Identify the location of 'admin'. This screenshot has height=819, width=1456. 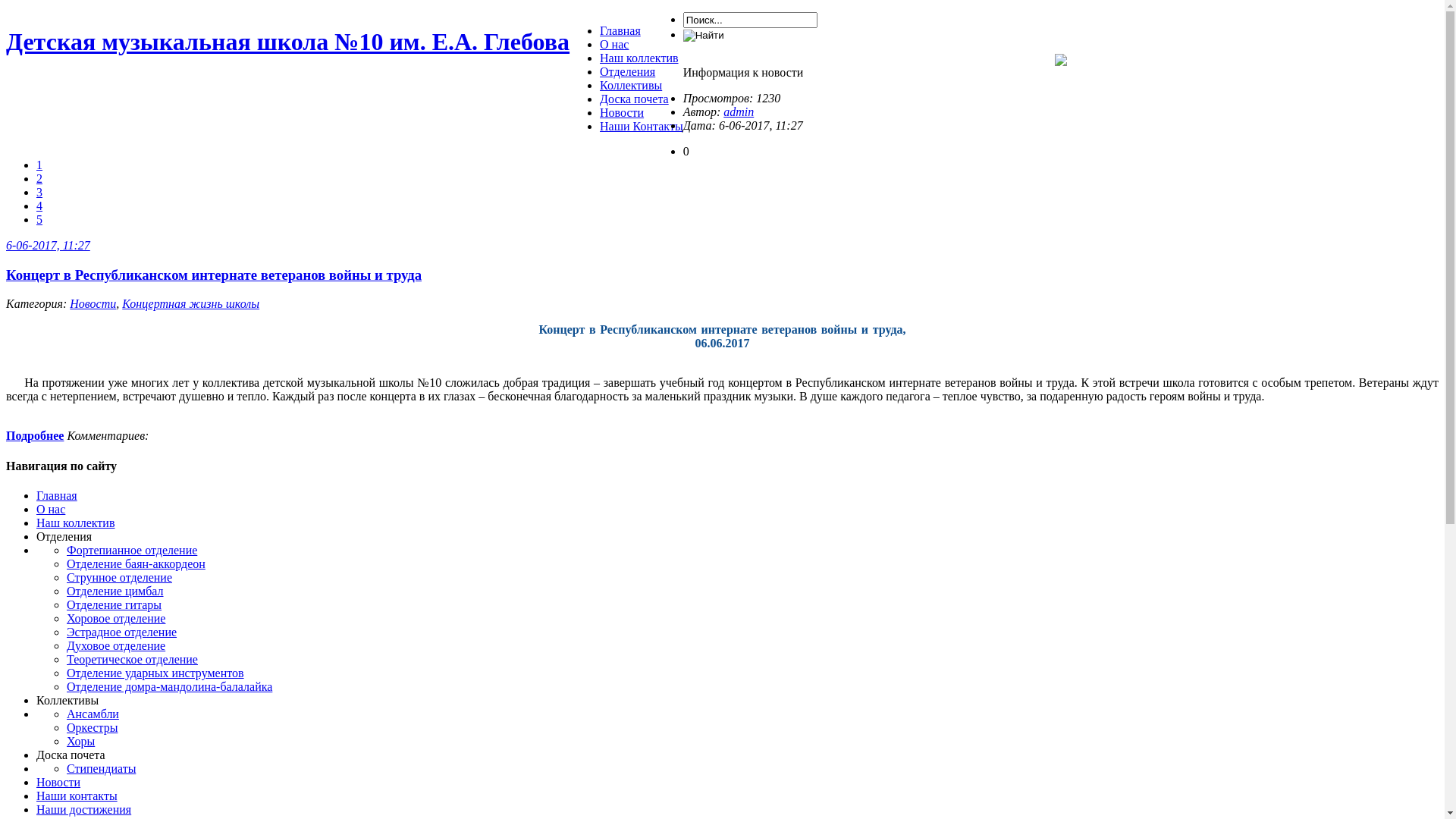
(739, 111).